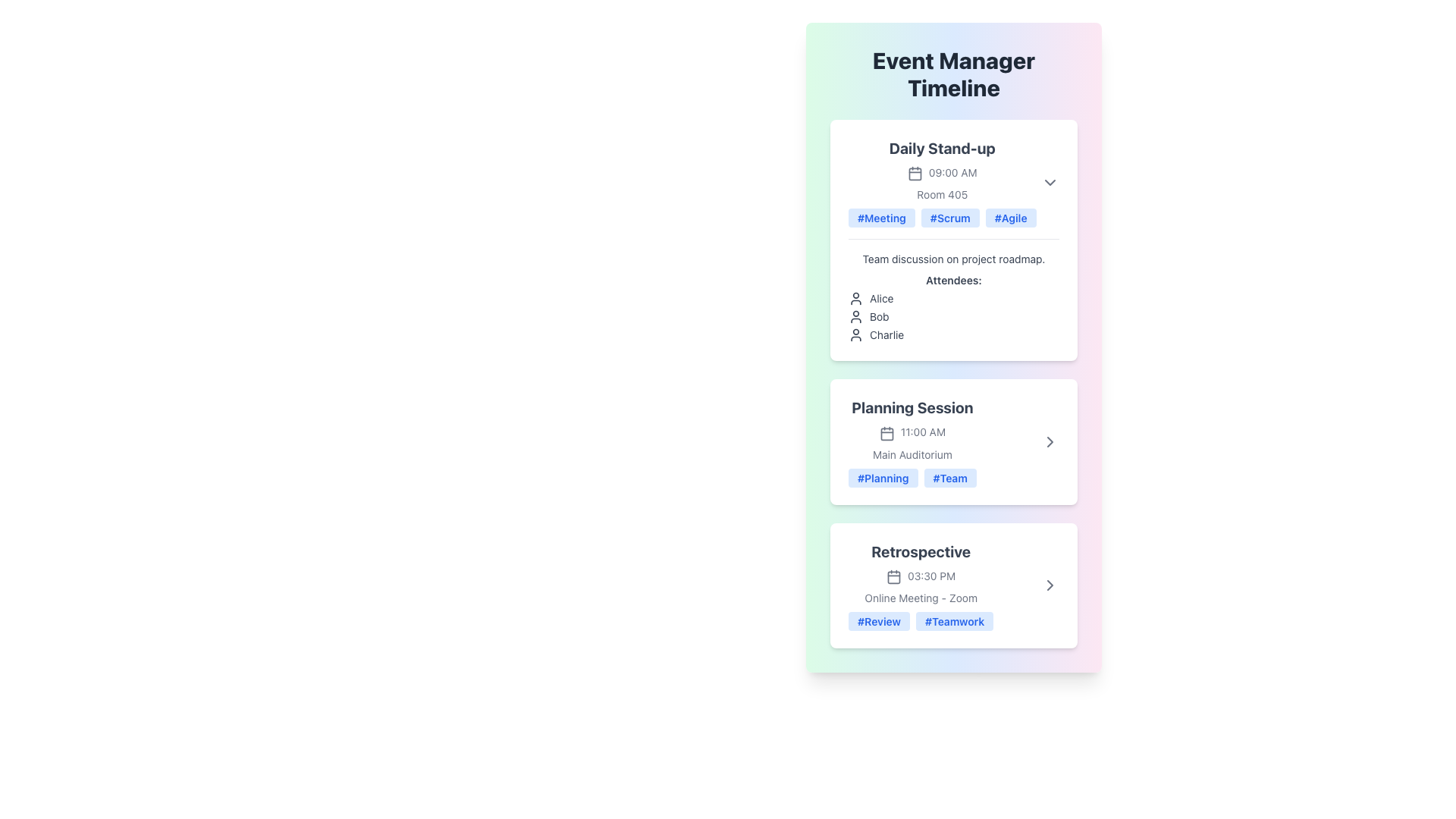 The width and height of the screenshot is (1456, 819). I want to click on the content of the list item displaying the text 'Charlie' with a user icon, positioned as the third item under the 'Attendees' section in the 'Daily Stand-up' card, so click(952, 334).